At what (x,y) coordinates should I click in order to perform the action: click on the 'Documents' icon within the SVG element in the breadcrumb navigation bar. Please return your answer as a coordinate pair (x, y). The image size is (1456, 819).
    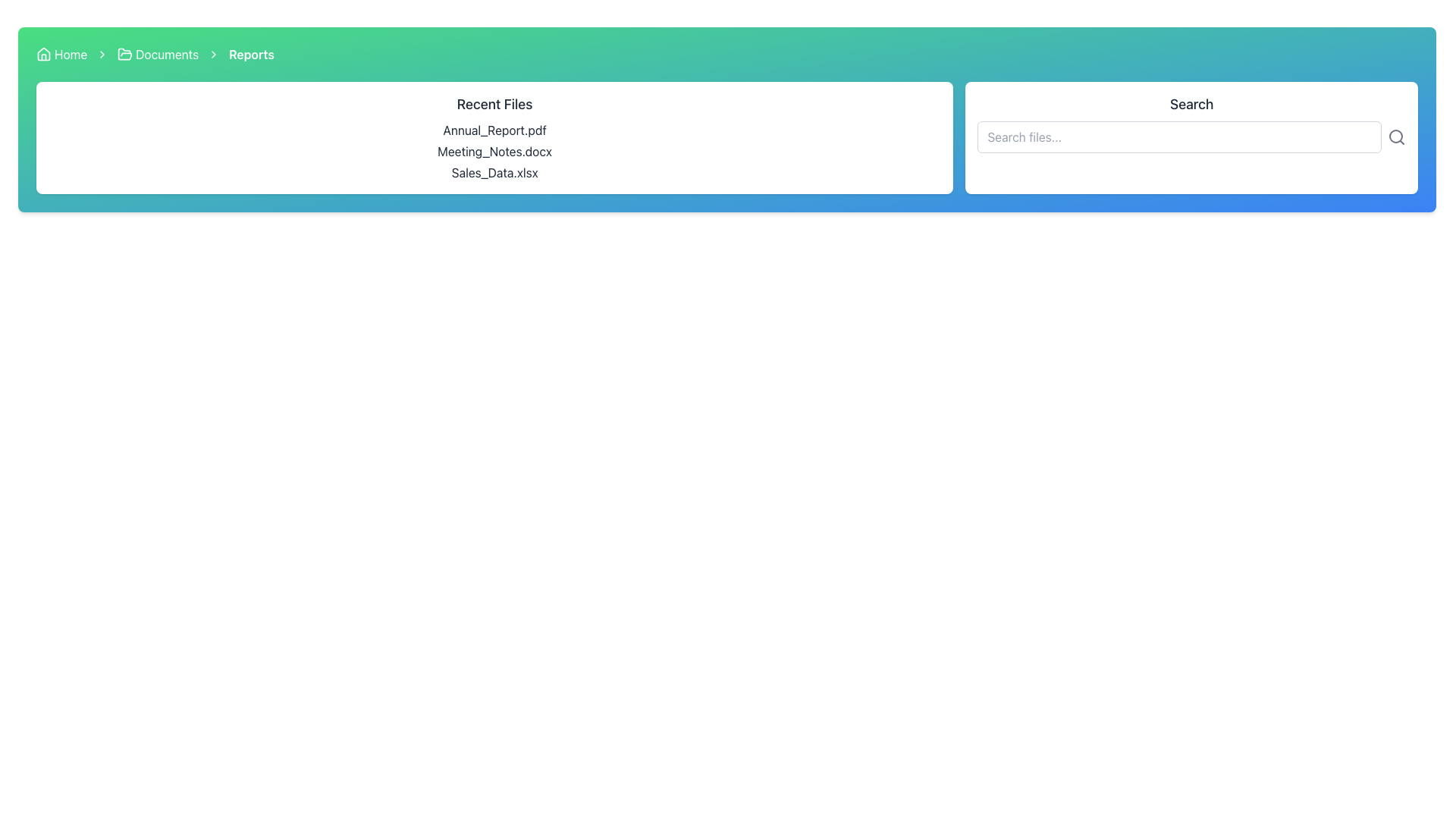
    Looking at the image, I should click on (125, 53).